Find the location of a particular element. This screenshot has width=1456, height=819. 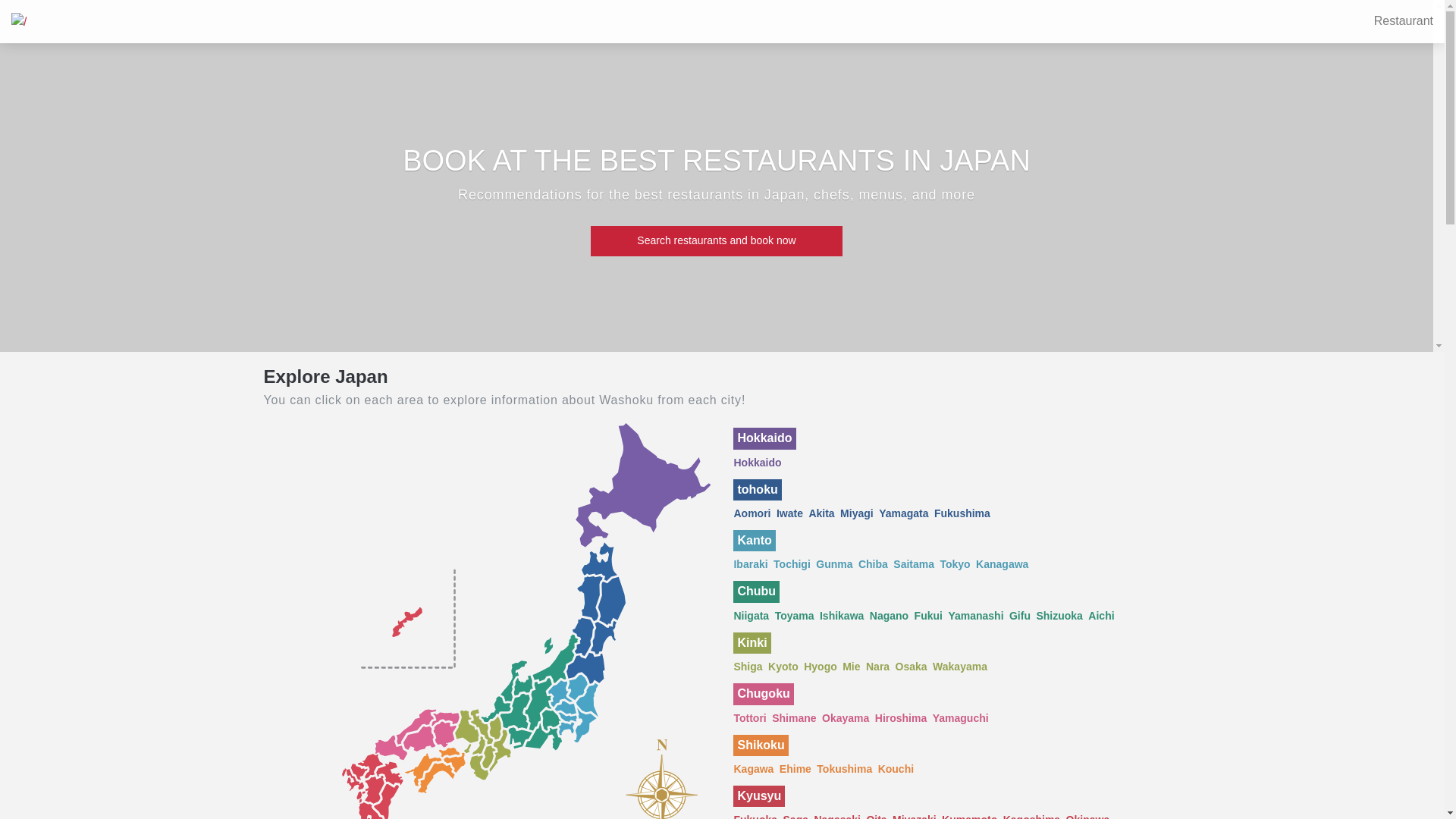

'Toyama' is located at coordinates (793, 616).